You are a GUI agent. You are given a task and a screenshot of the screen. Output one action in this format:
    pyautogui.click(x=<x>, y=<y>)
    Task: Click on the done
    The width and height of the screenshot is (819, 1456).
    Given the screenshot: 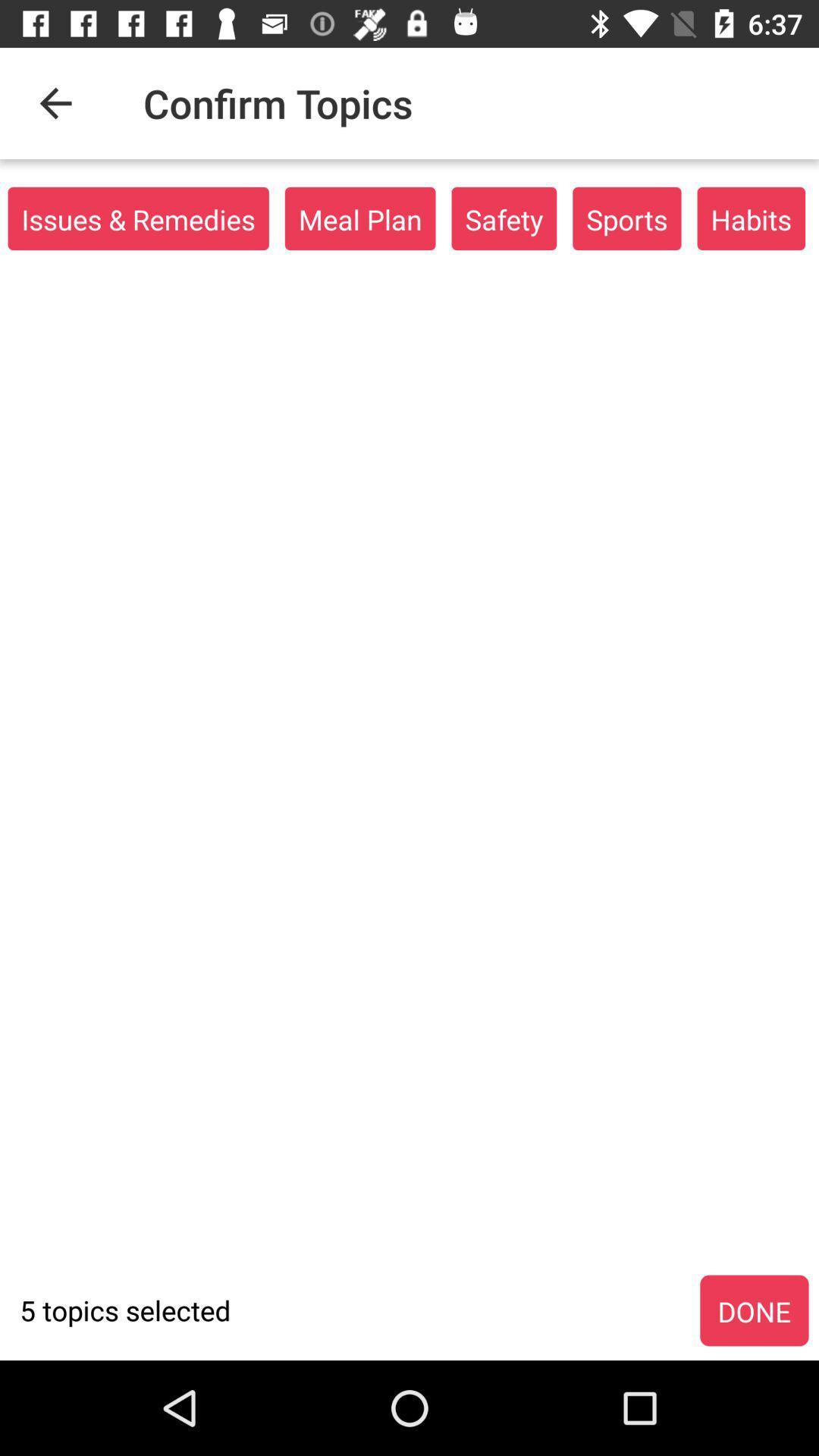 What is the action you would take?
    pyautogui.click(x=754, y=1310)
    